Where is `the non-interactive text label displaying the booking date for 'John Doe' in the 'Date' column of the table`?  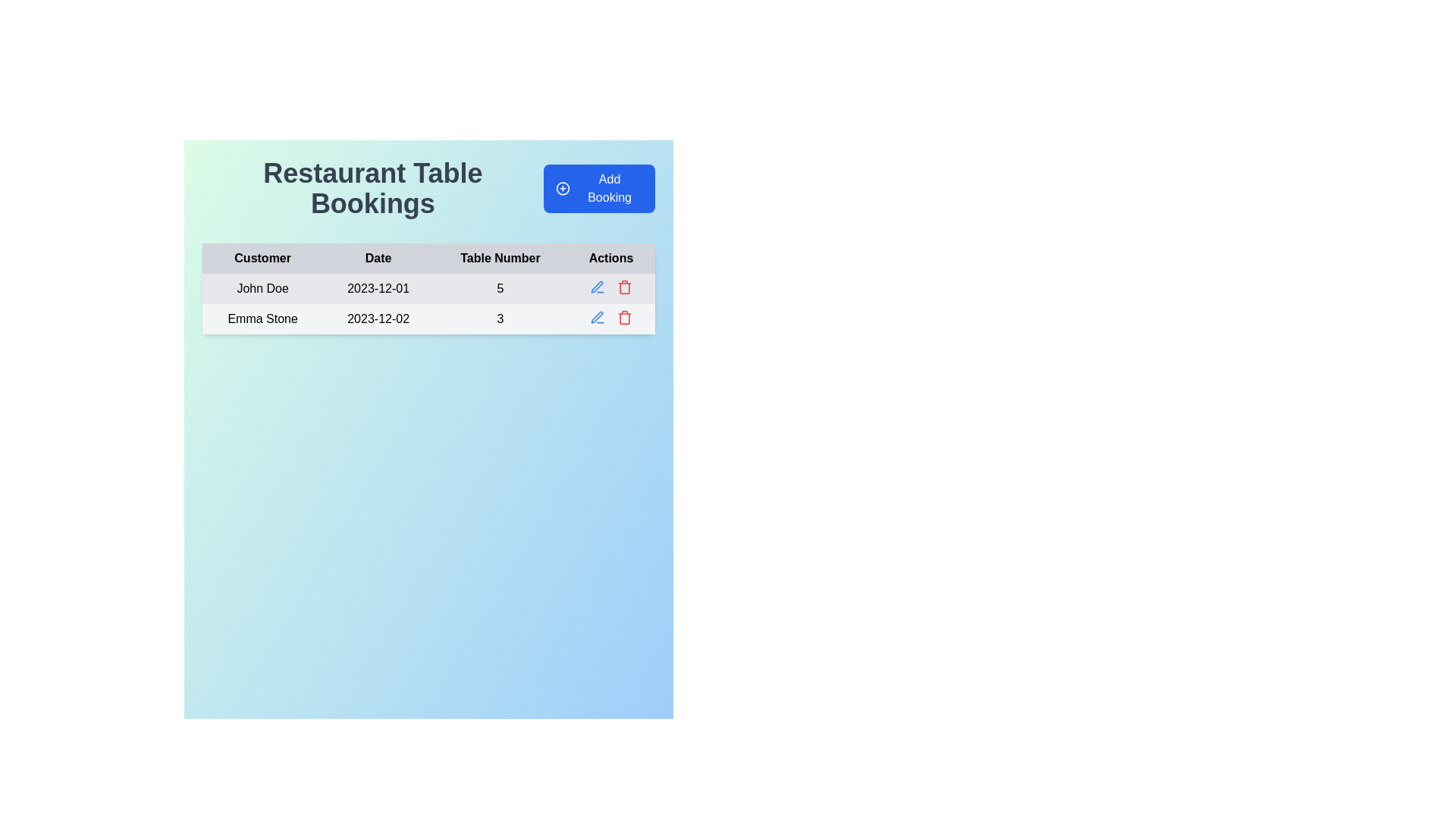
the non-interactive text label displaying the booking date for 'John Doe' in the 'Date' column of the table is located at coordinates (378, 289).